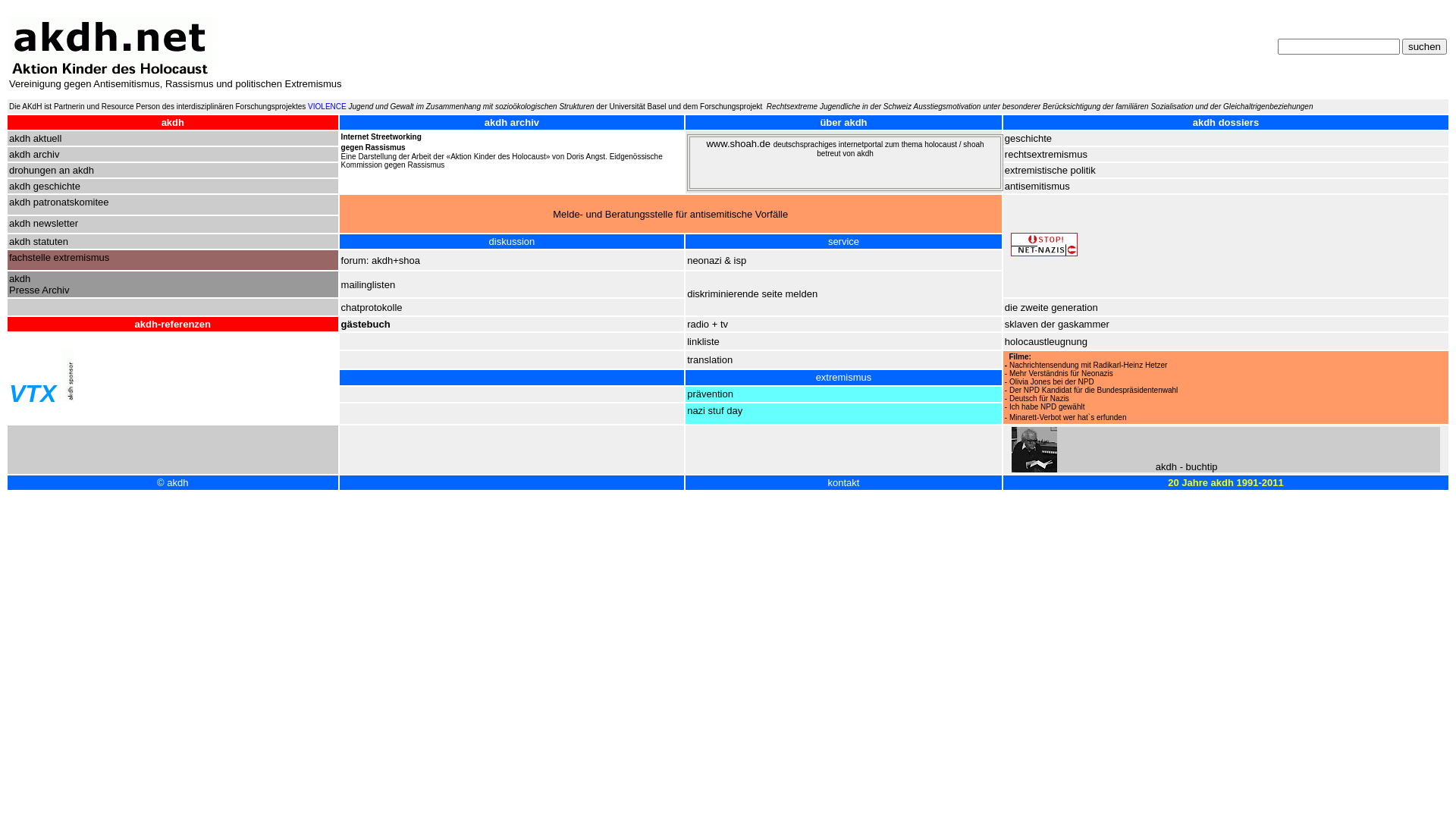 Image resolution: width=1456 pixels, height=819 pixels. I want to click on 'forum: akdh+shoa', so click(340, 259).